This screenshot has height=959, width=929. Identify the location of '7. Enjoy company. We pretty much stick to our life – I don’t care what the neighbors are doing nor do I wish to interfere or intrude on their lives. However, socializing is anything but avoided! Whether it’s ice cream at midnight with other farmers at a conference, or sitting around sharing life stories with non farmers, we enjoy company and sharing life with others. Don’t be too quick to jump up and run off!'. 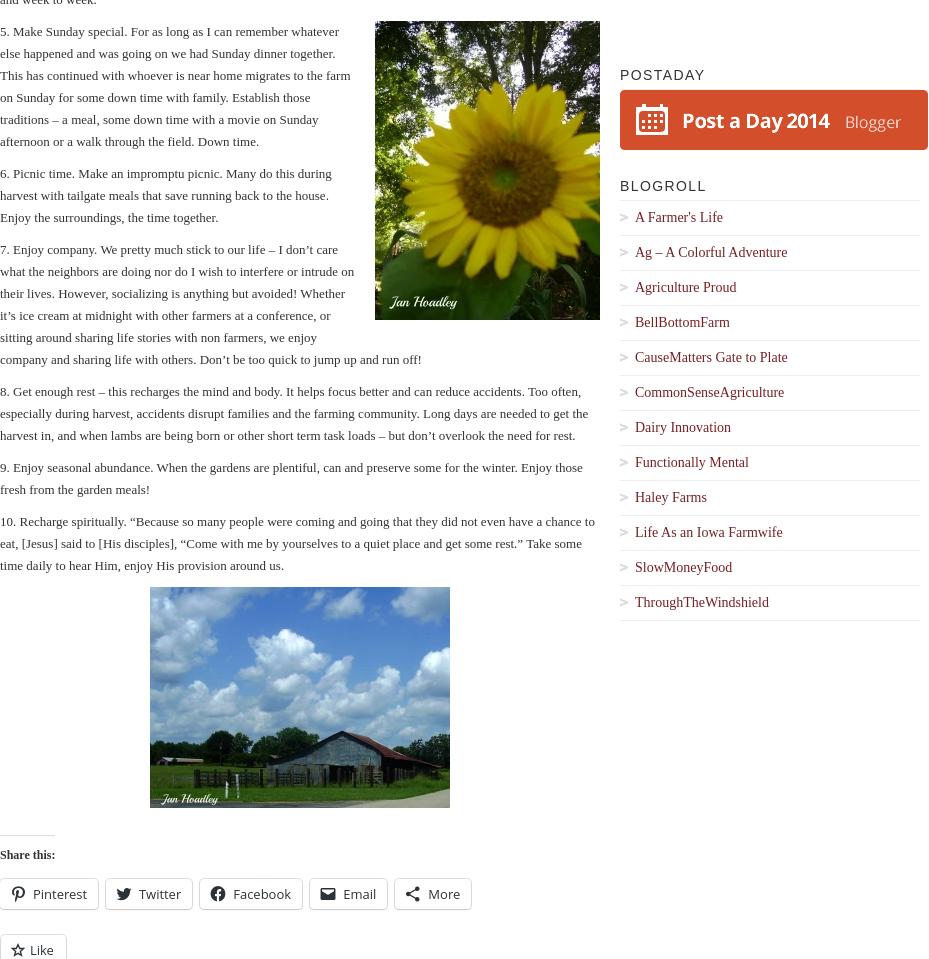
(209, 303).